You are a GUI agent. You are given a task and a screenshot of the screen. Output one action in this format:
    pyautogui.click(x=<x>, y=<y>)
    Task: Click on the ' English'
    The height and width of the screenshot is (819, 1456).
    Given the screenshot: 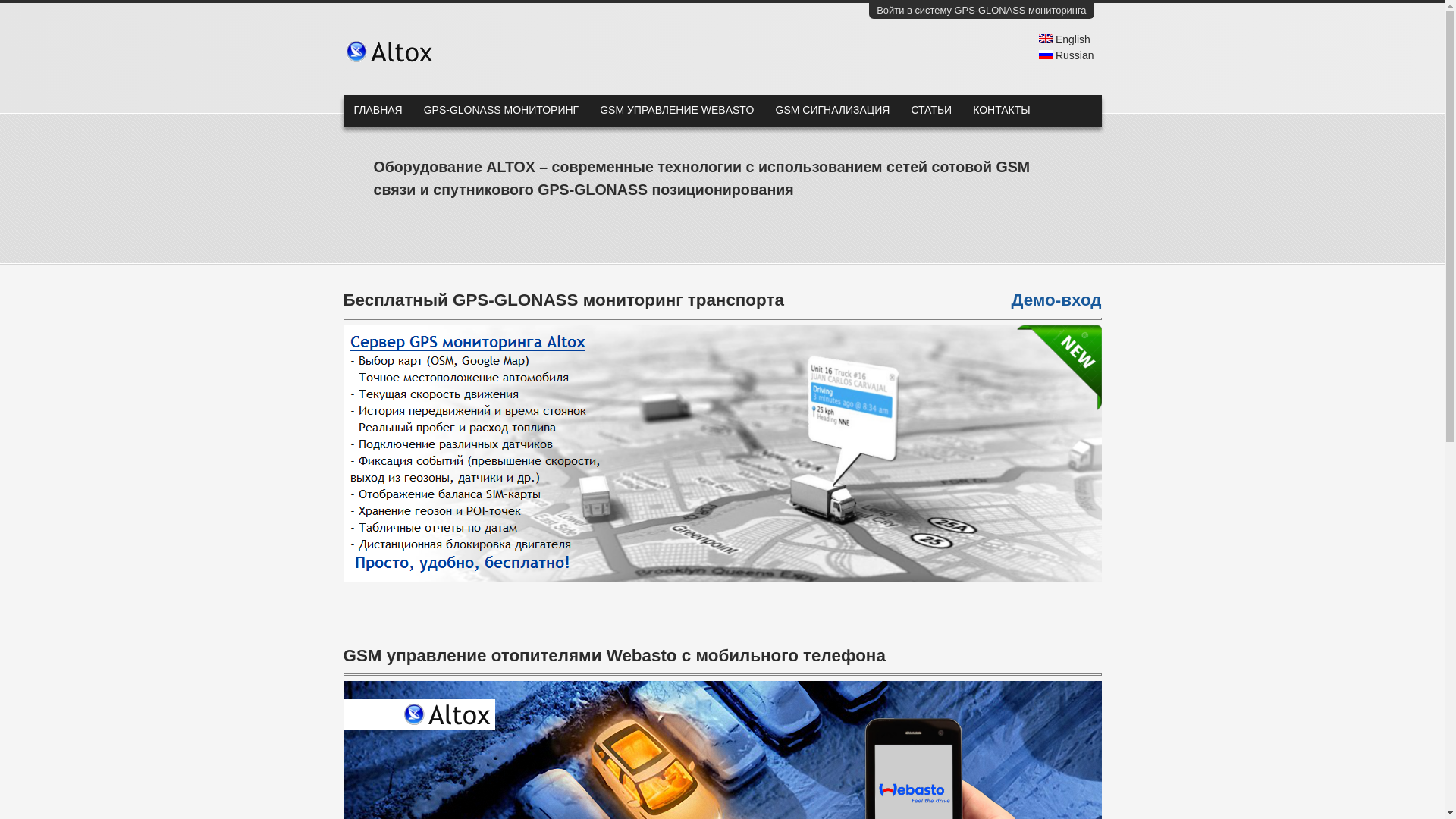 What is the action you would take?
    pyautogui.click(x=1037, y=38)
    